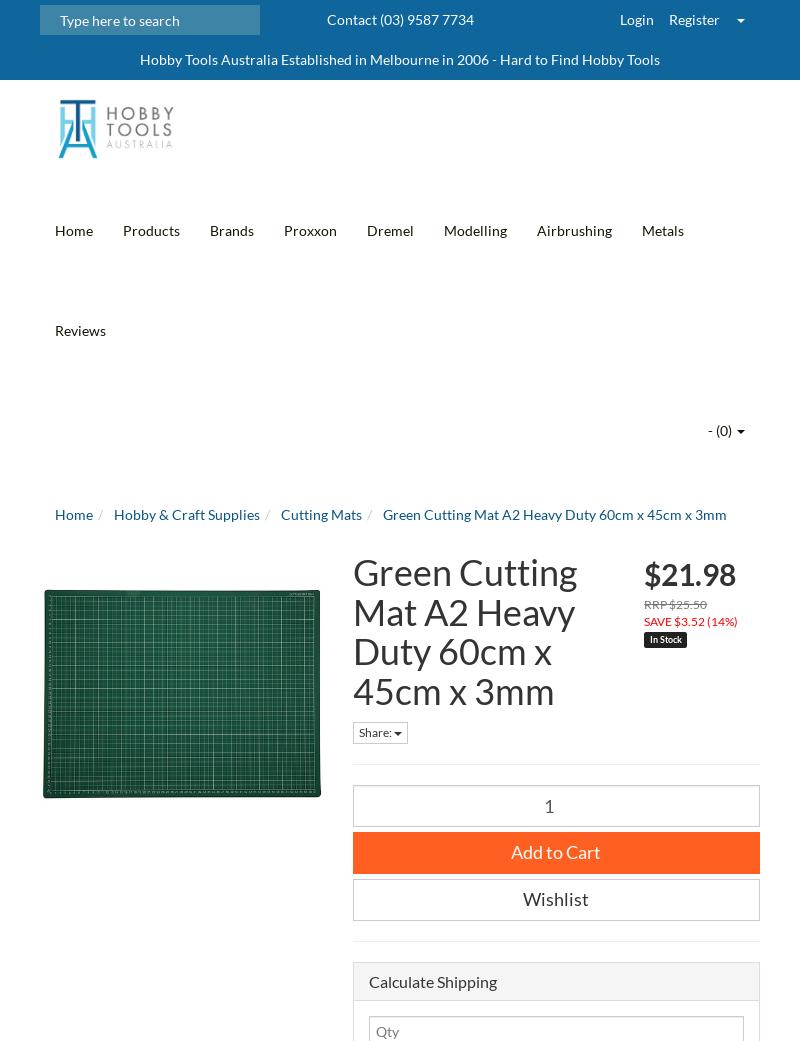 The width and height of the screenshot is (800, 1041). What do you see at coordinates (112, 513) in the screenshot?
I see `'Hobby & Craft Supplies'` at bounding box center [112, 513].